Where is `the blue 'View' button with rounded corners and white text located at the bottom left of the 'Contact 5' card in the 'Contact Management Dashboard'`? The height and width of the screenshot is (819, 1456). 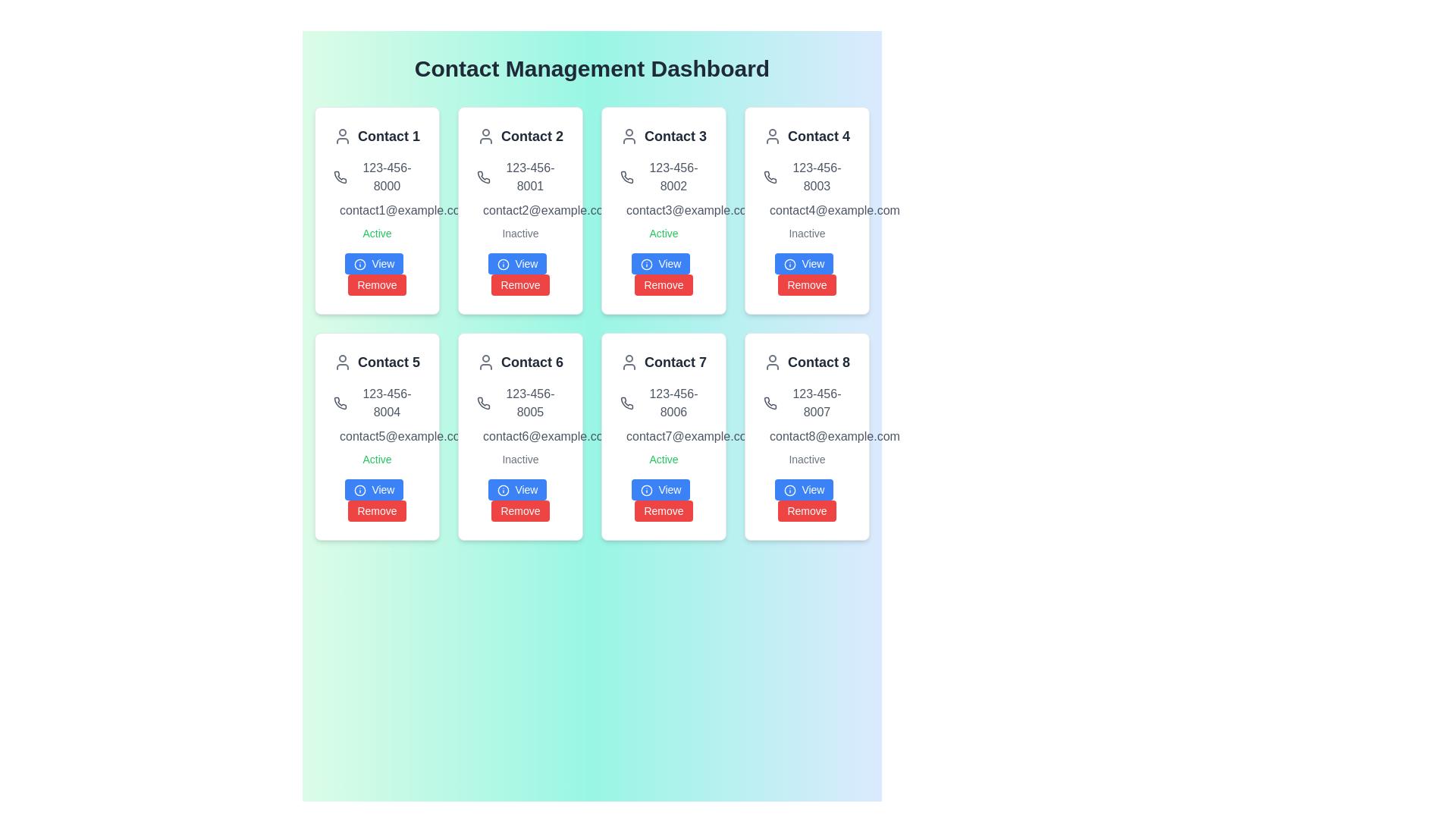 the blue 'View' button with rounded corners and white text located at the bottom left of the 'Contact 5' card in the 'Contact Management Dashboard' is located at coordinates (374, 489).